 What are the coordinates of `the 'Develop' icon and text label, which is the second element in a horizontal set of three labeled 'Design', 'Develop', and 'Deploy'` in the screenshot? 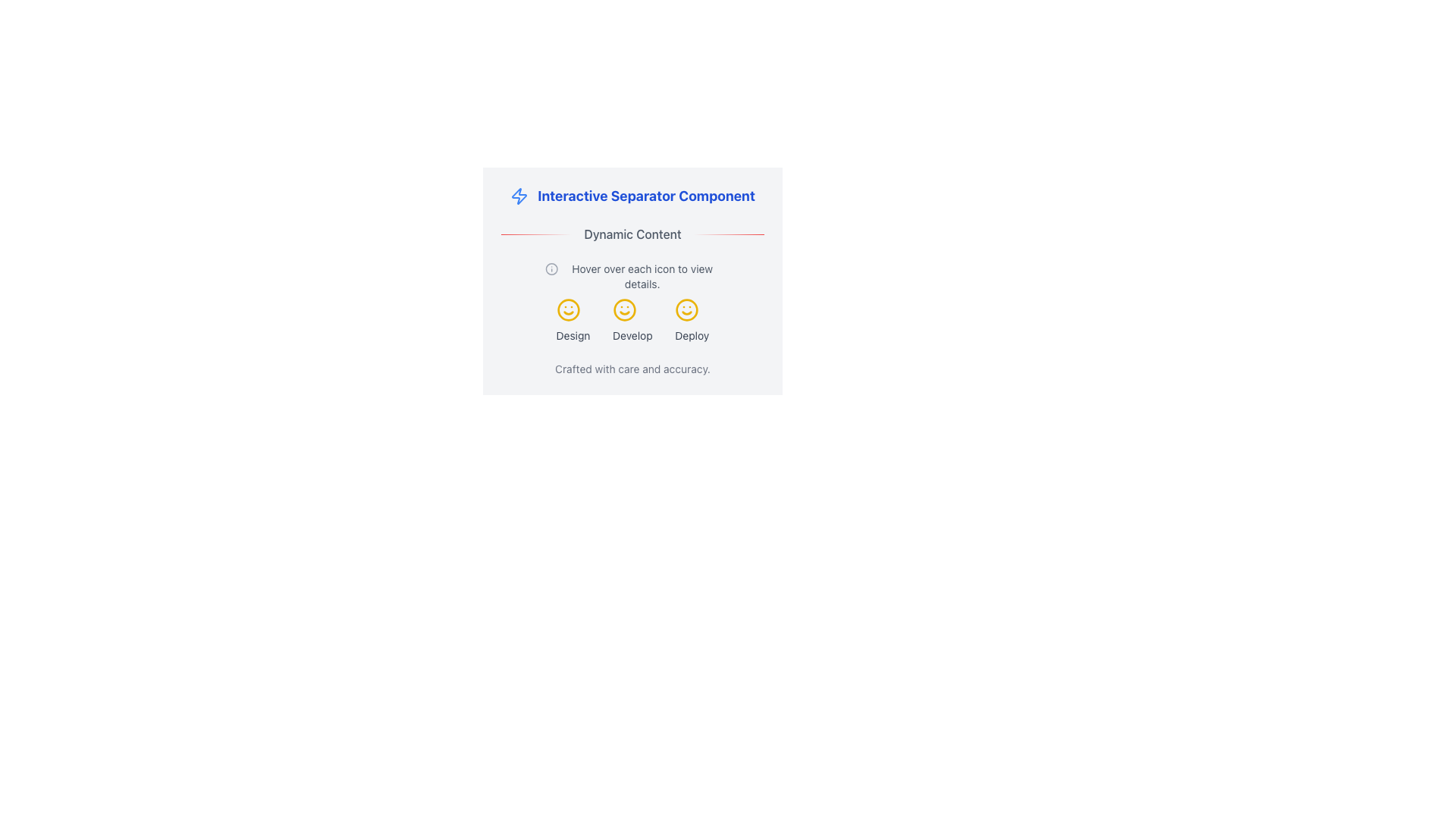 It's located at (632, 320).